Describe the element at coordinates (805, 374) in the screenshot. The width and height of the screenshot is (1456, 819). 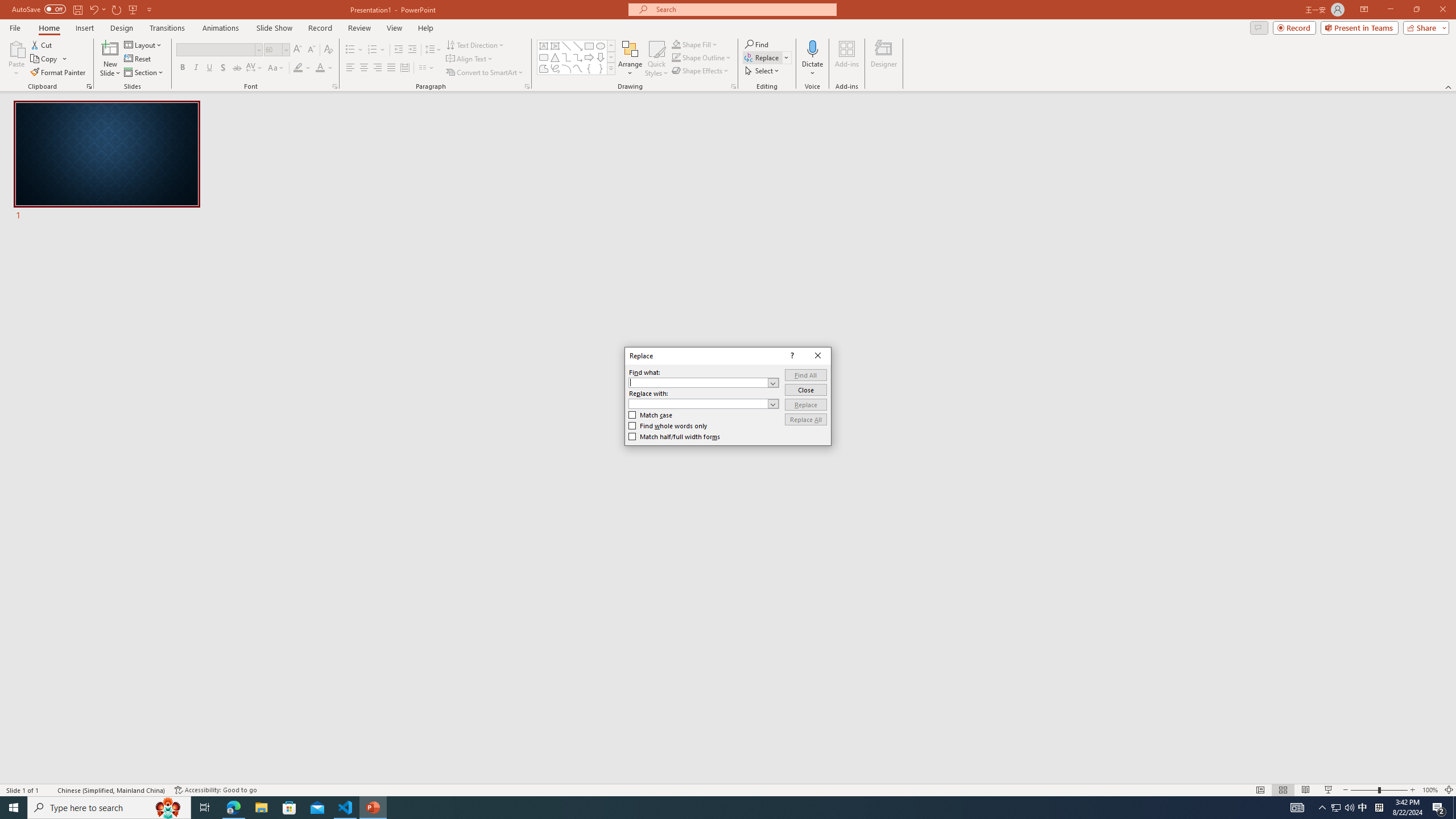
I see `'Find All'` at that location.